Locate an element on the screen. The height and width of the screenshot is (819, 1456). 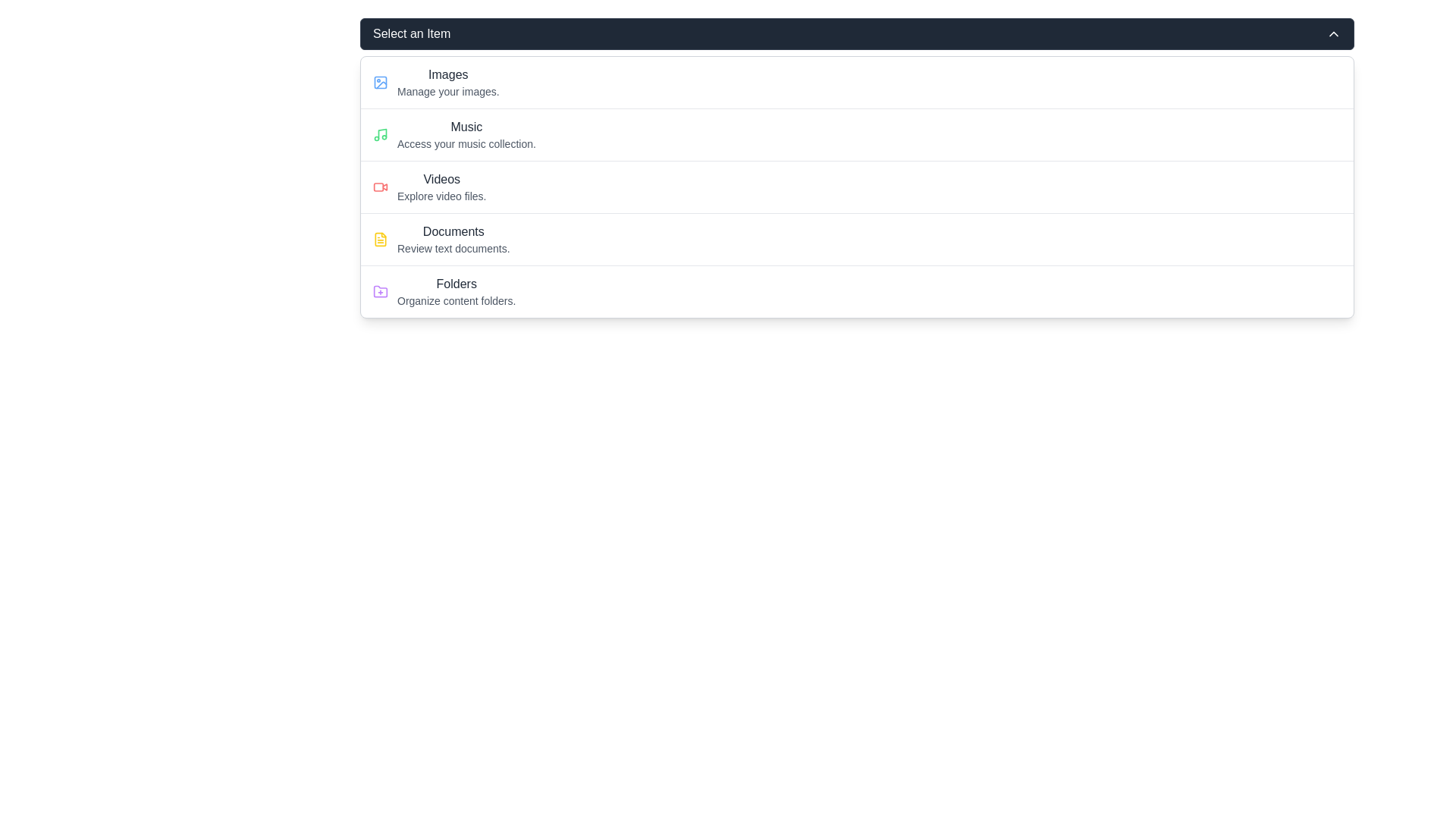
the text label providing additional information about the 'Folders' menu item, which is the second text under the 'Folders' heading in the vertically stacked menu is located at coordinates (456, 301).